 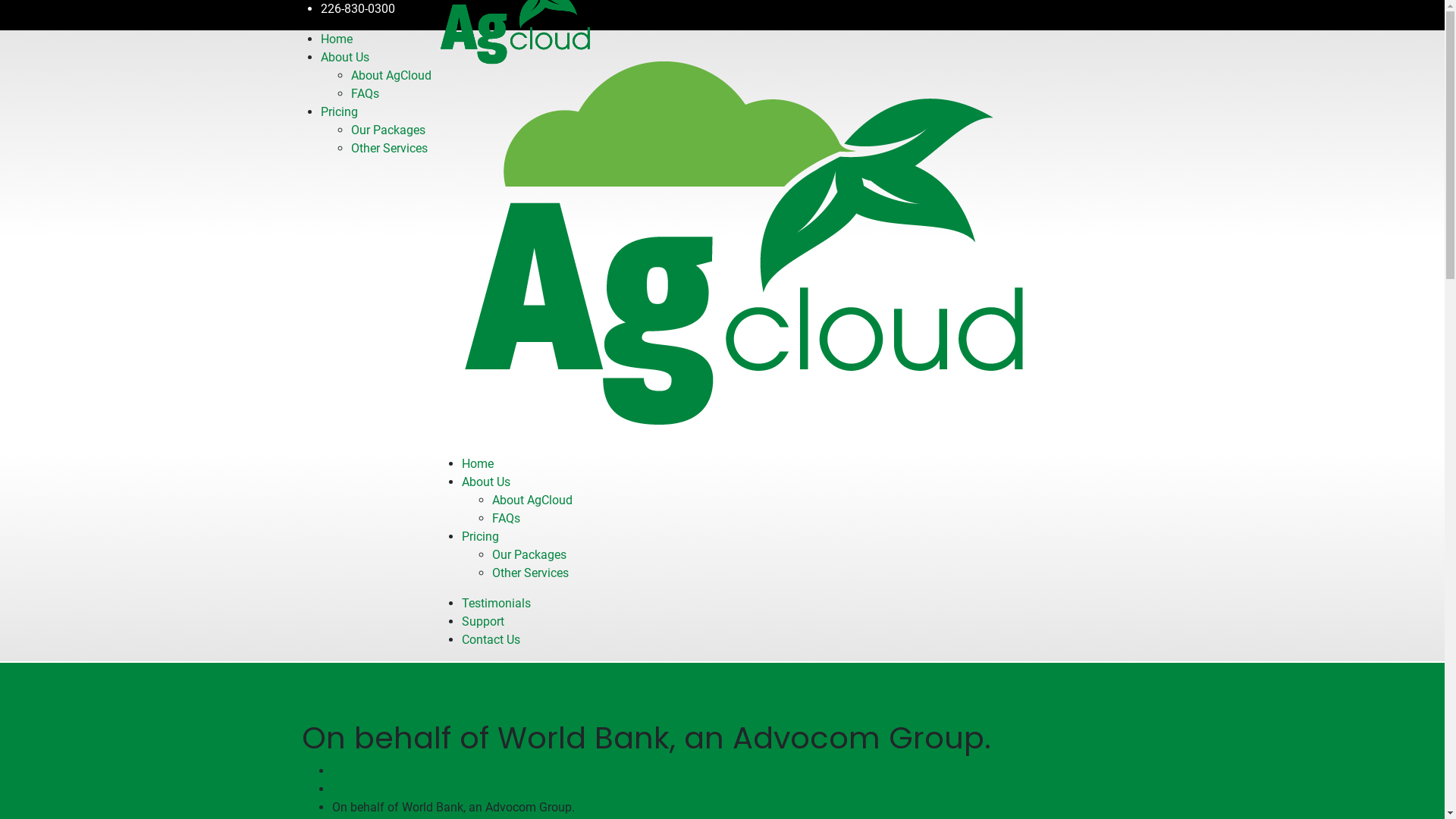 What do you see at coordinates (319, 56) in the screenshot?
I see `'About Us'` at bounding box center [319, 56].